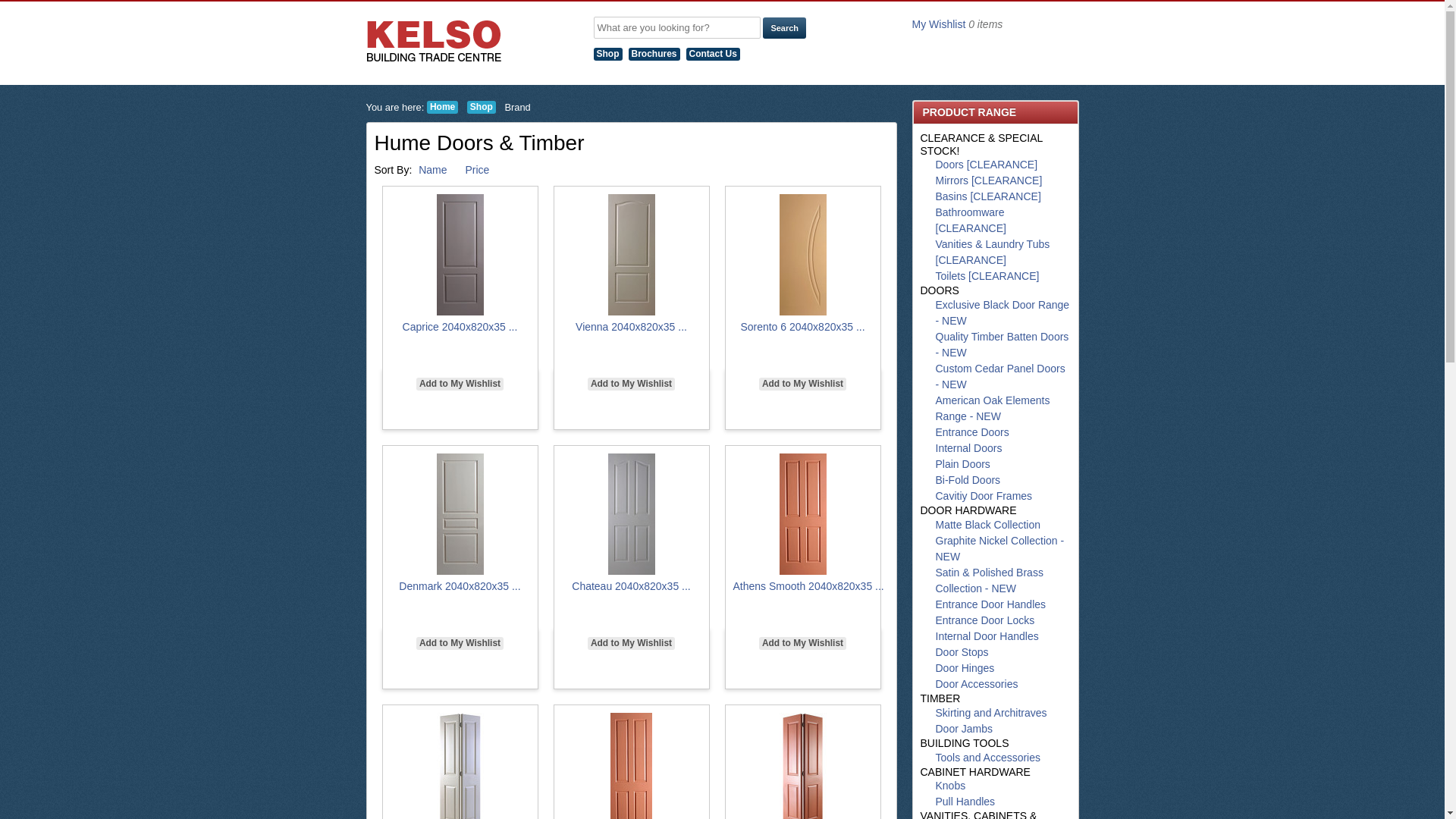  What do you see at coordinates (1000, 548) in the screenshot?
I see `'Graphite Nickel Collection - NEW'` at bounding box center [1000, 548].